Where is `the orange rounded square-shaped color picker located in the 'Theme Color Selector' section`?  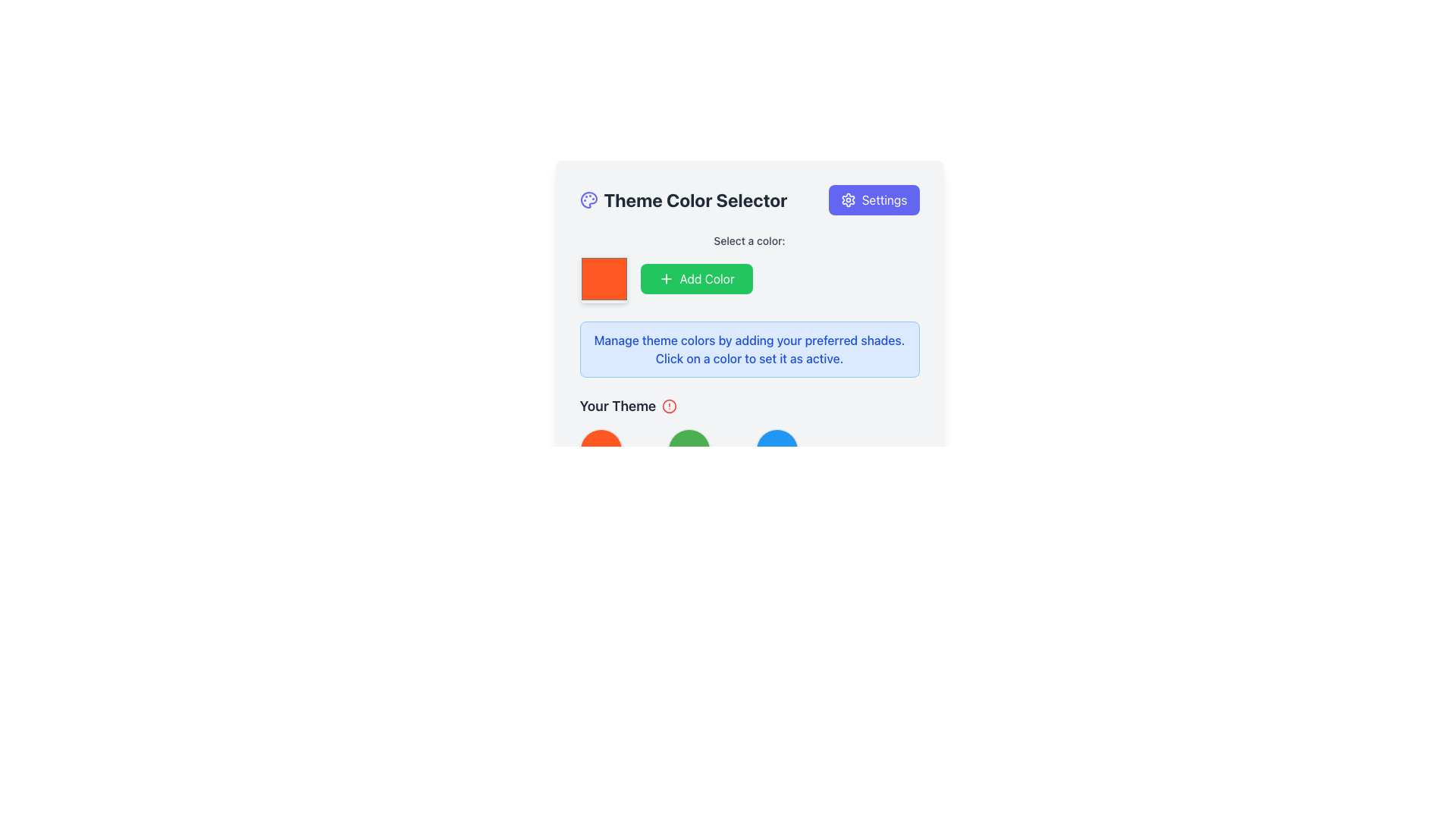 the orange rounded square-shaped color picker located in the 'Theme Color Selector' section is located at coordinates (603, 278).